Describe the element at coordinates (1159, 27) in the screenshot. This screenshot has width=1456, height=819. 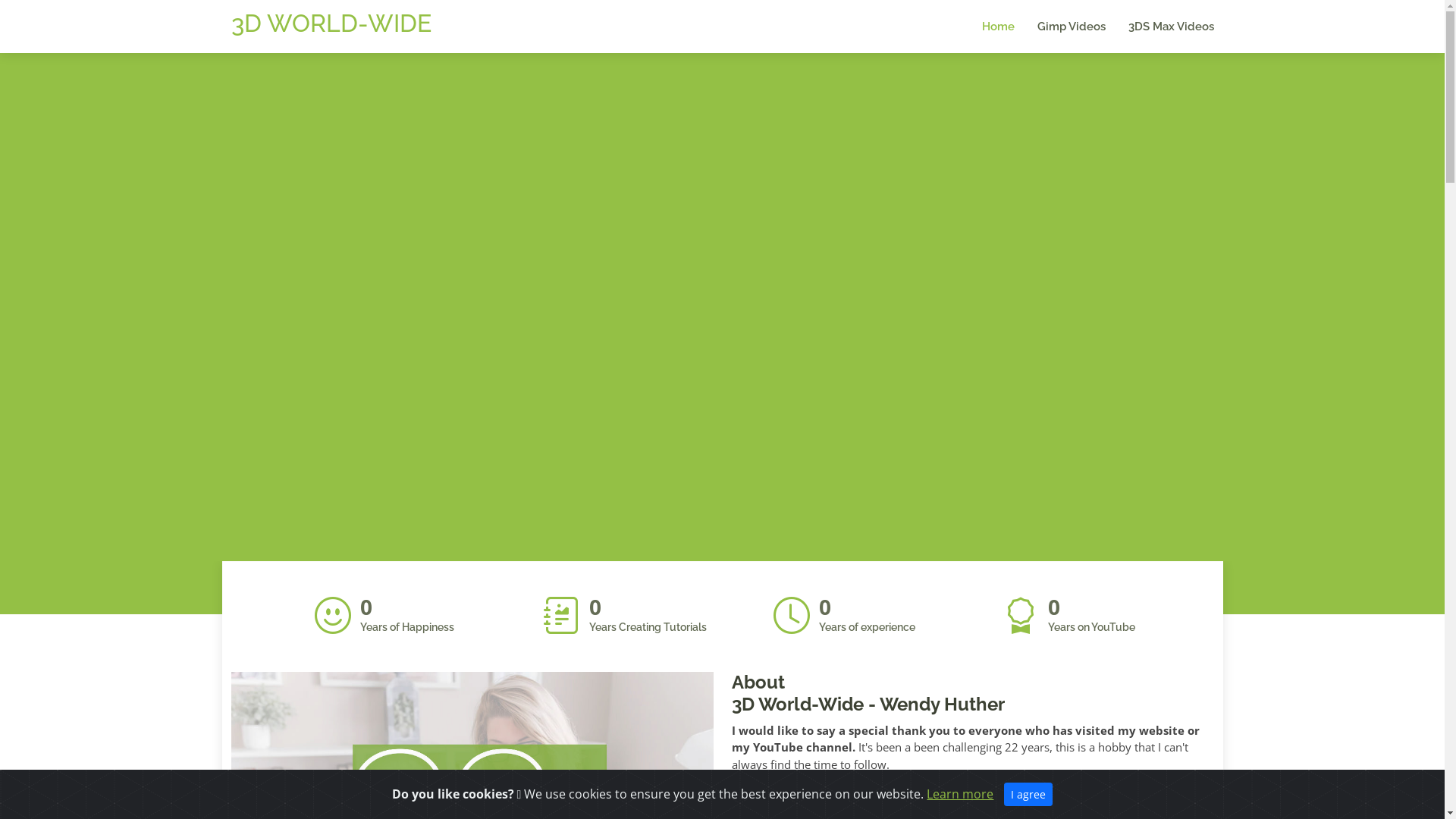
I see `'3DS Max Videos'` at that location.